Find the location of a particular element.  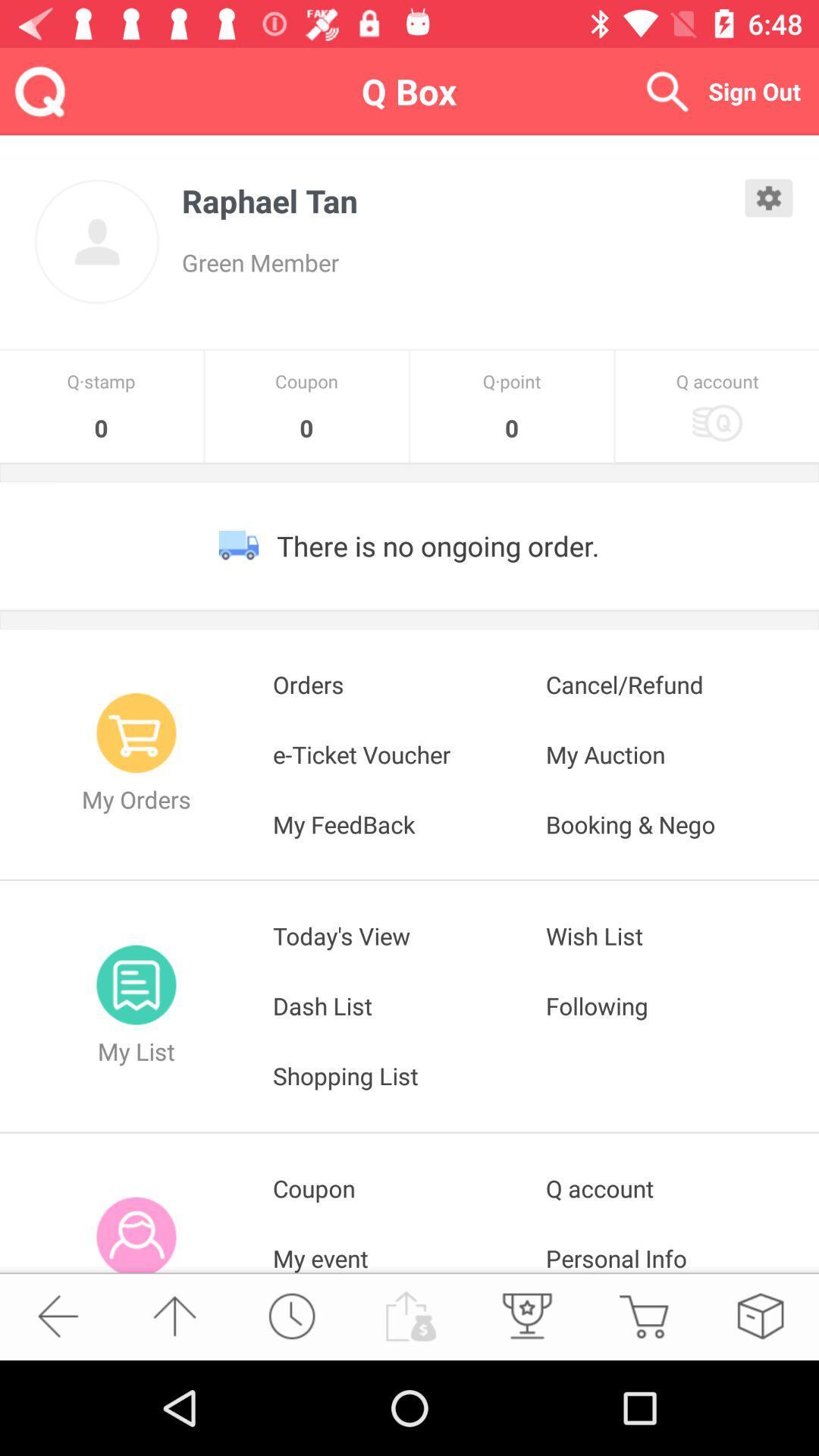

open shopping cart is located at coordinates (643, 1315).